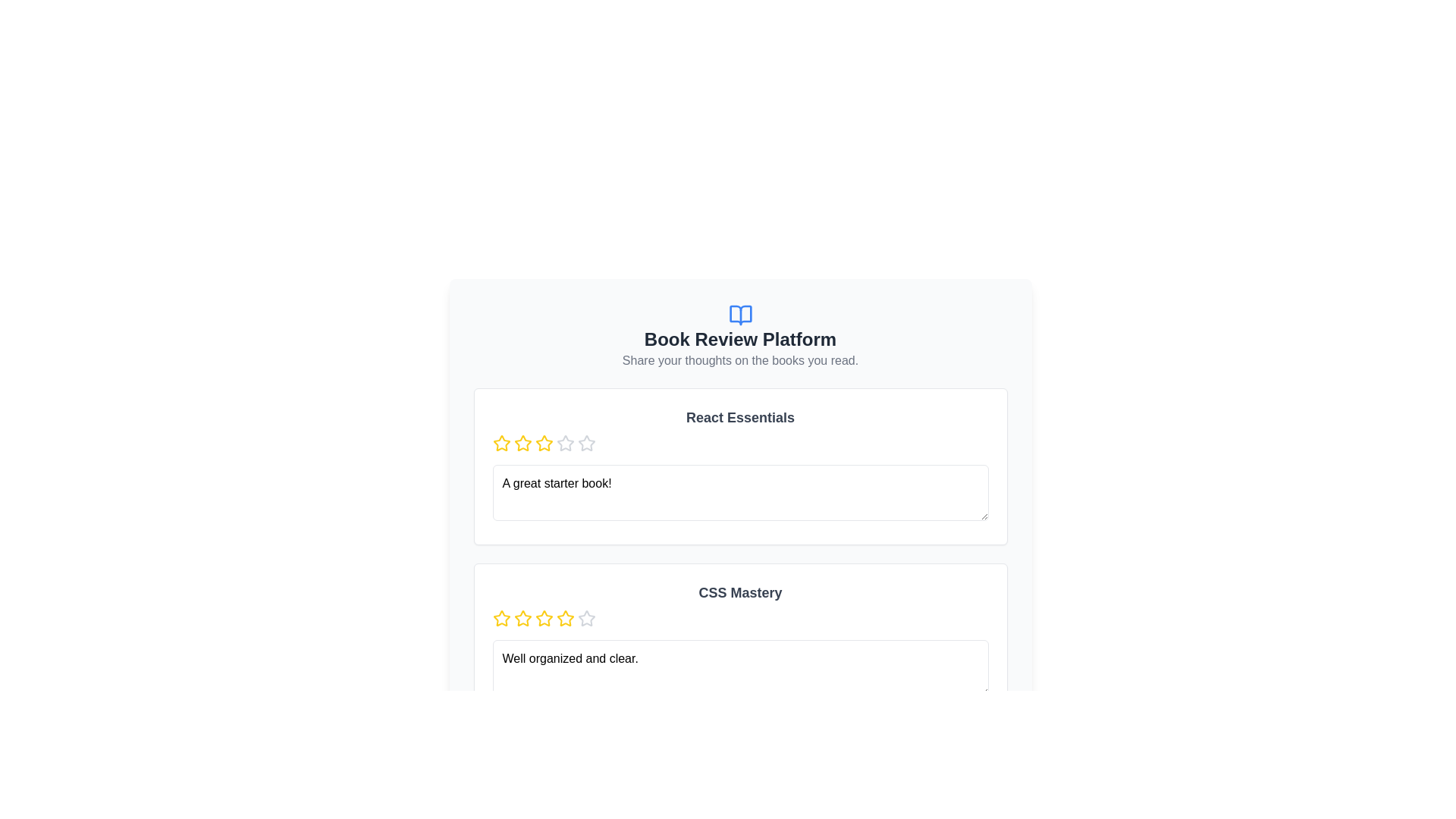 The width and height of the screenshot is (1456, 819). I want to click on the first yellow star in the rating section adjacent to 'CSS Mastery', so click(501, 619).